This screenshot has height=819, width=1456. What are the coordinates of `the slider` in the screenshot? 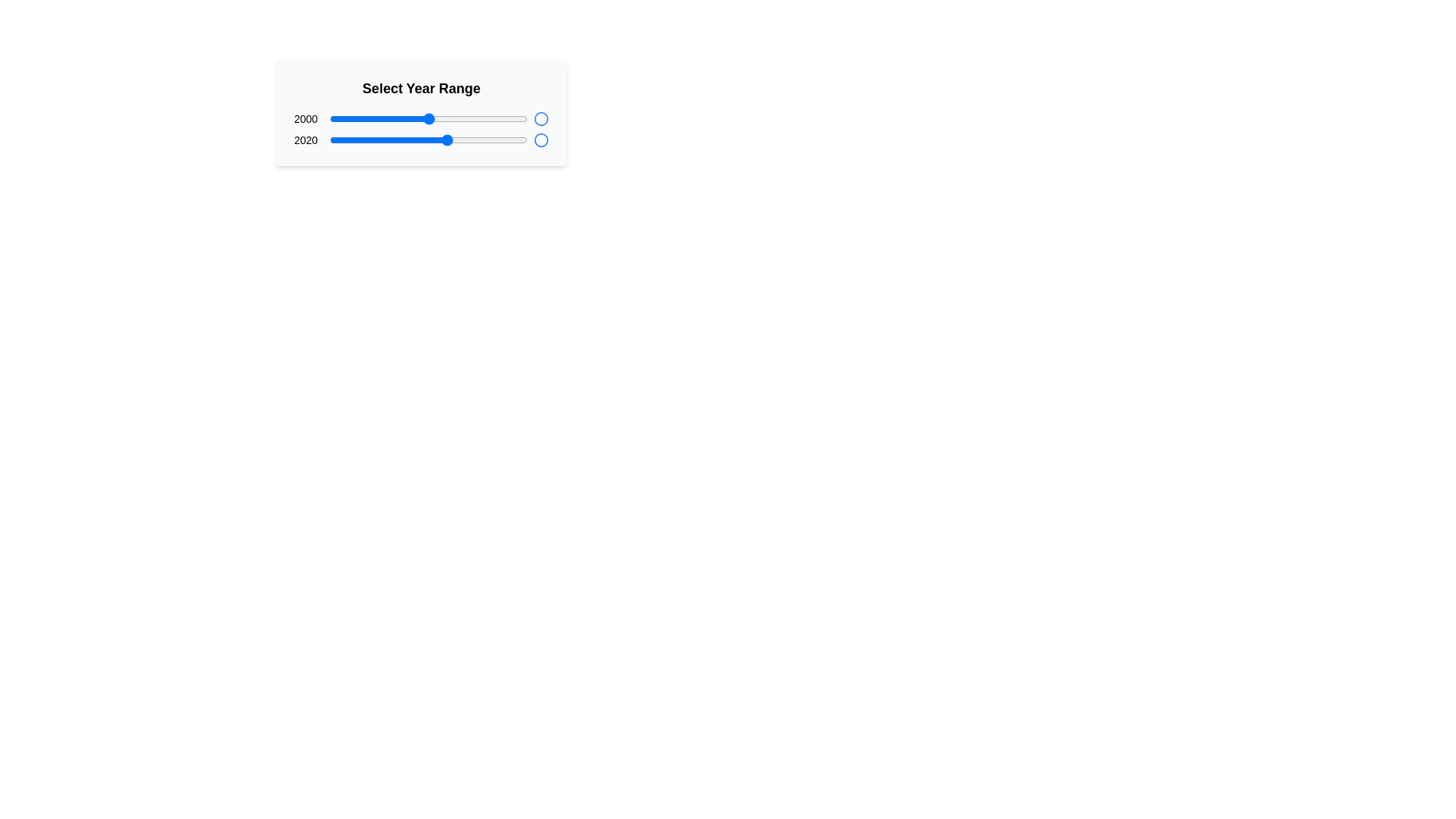 It's located at (344, 118).